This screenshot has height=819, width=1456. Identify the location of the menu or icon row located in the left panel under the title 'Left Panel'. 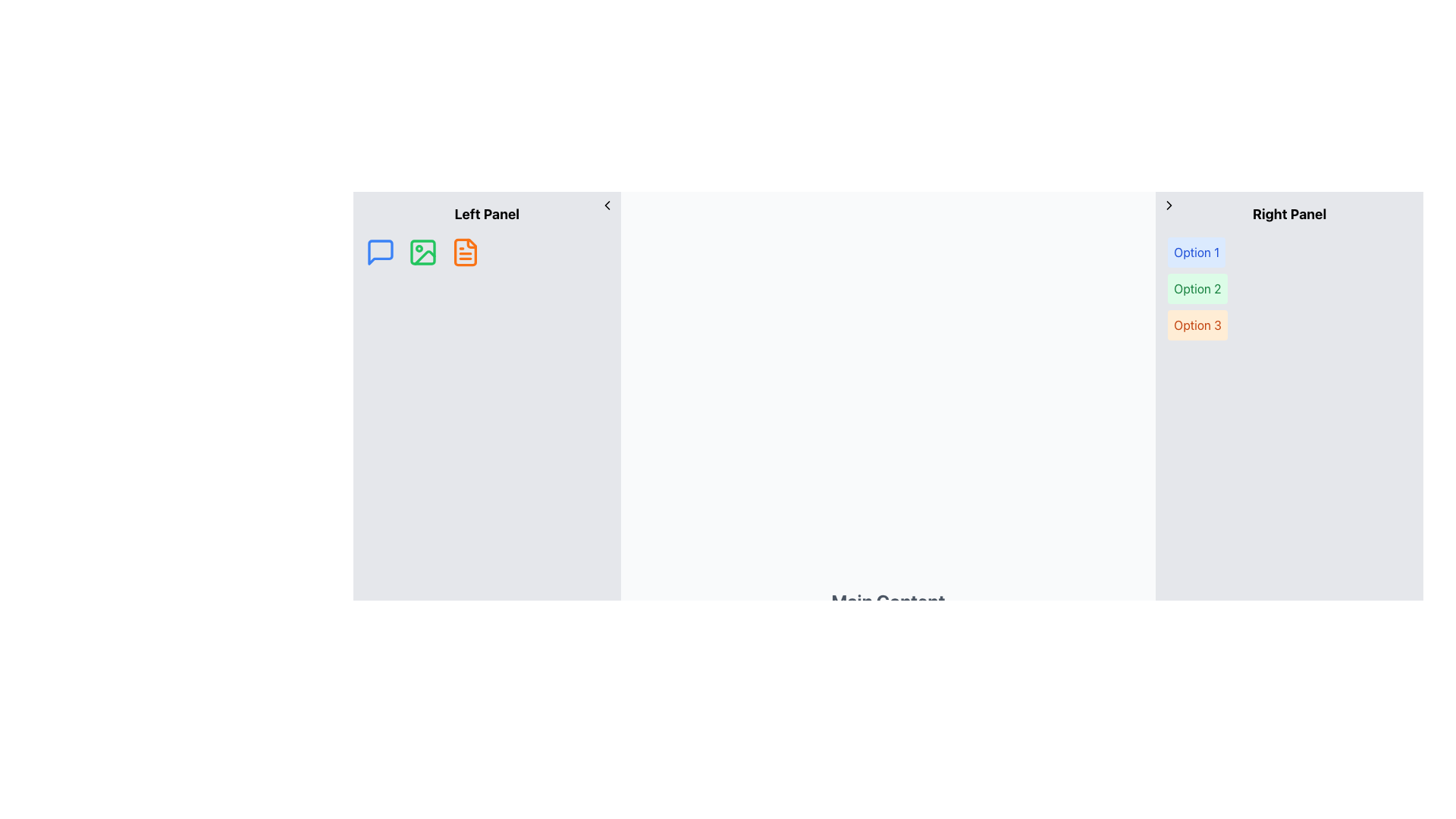
(487, 251).